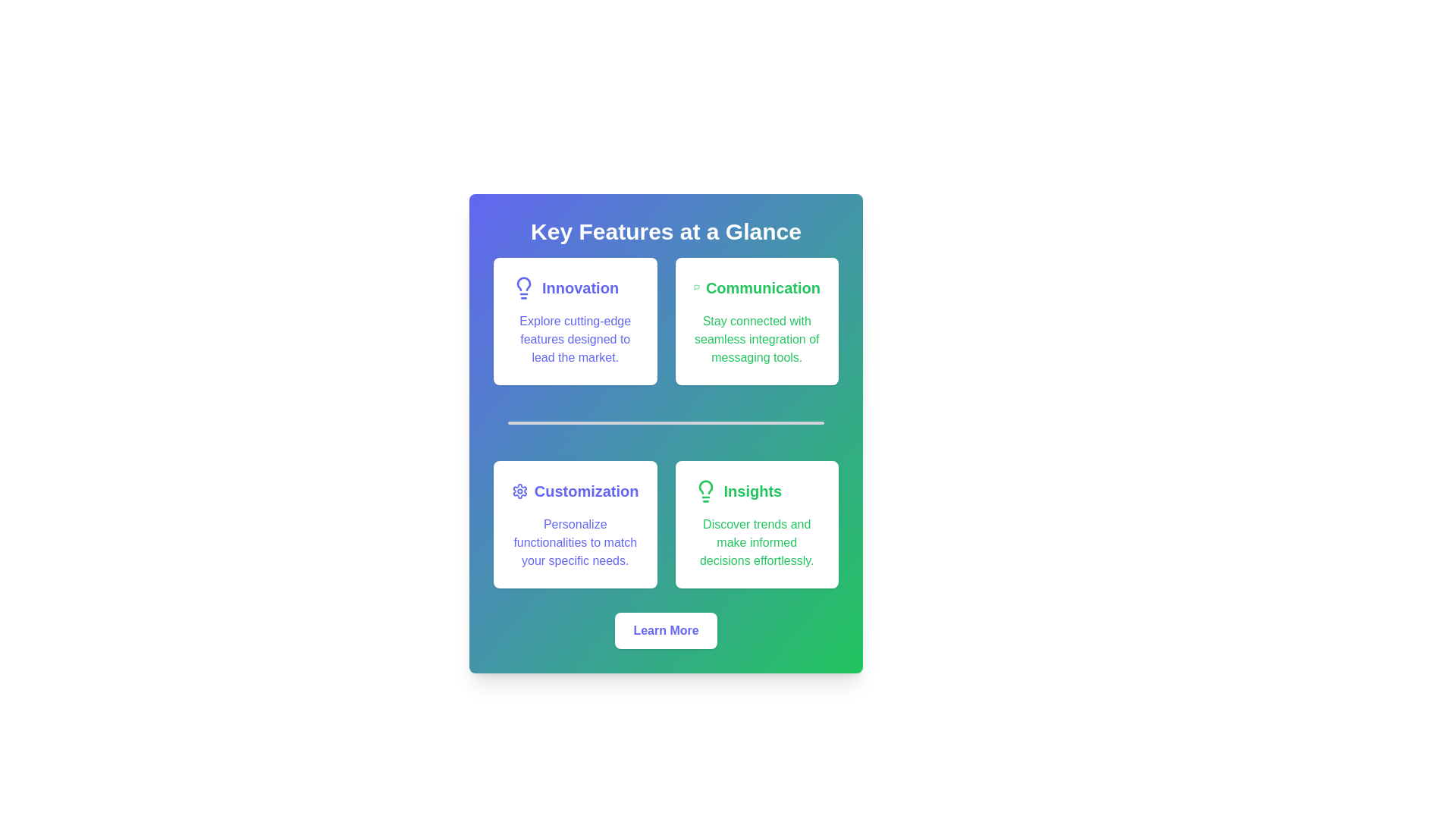  I want to click on the text element with the headline 'Innovation', located beneath 'Key Features at a Glance' and to the right of a light bulb icon, so click(579, 288).